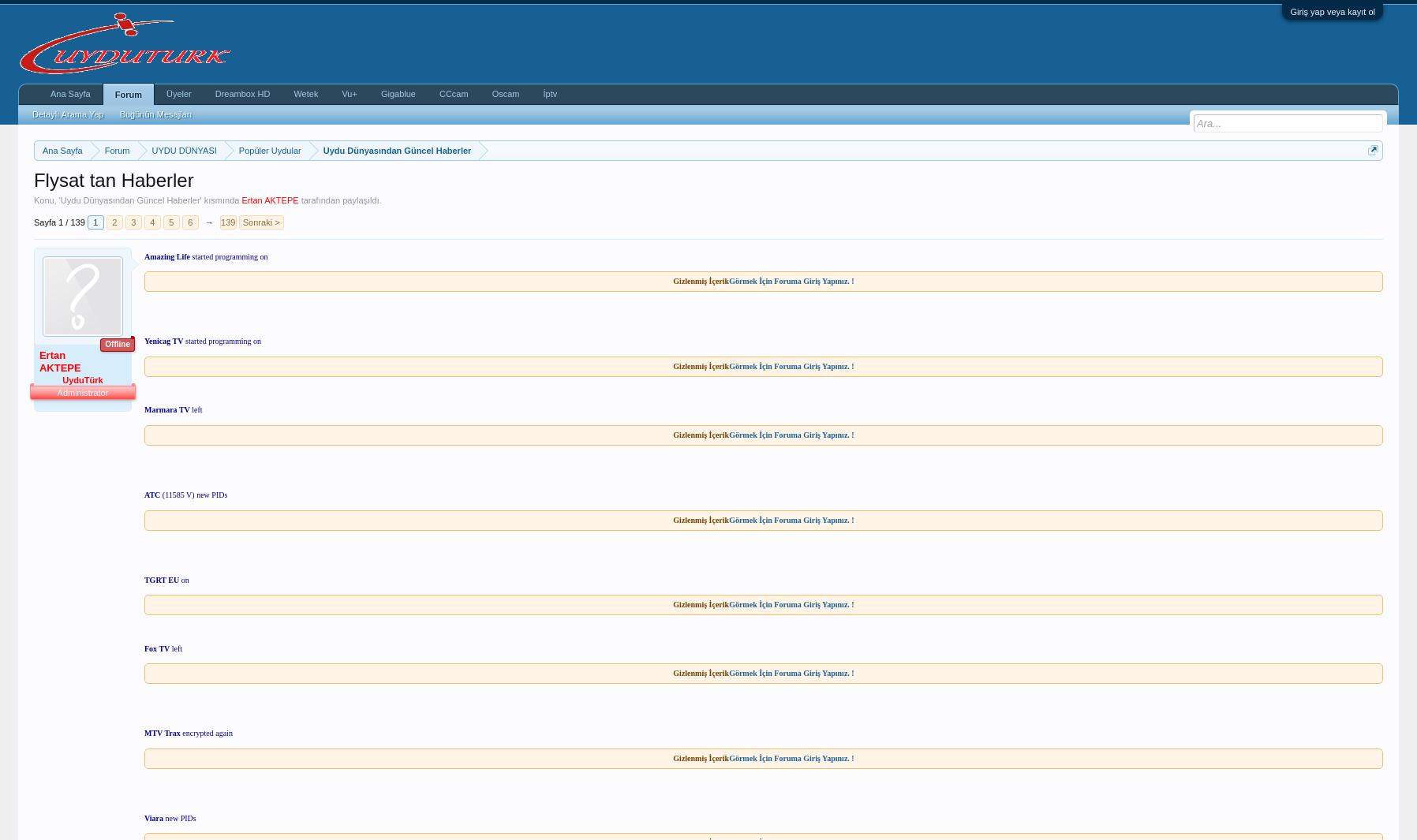  Describe the element at coordinates (47, 413) in the screenshot. I see `'Kayıt:'` at that location.